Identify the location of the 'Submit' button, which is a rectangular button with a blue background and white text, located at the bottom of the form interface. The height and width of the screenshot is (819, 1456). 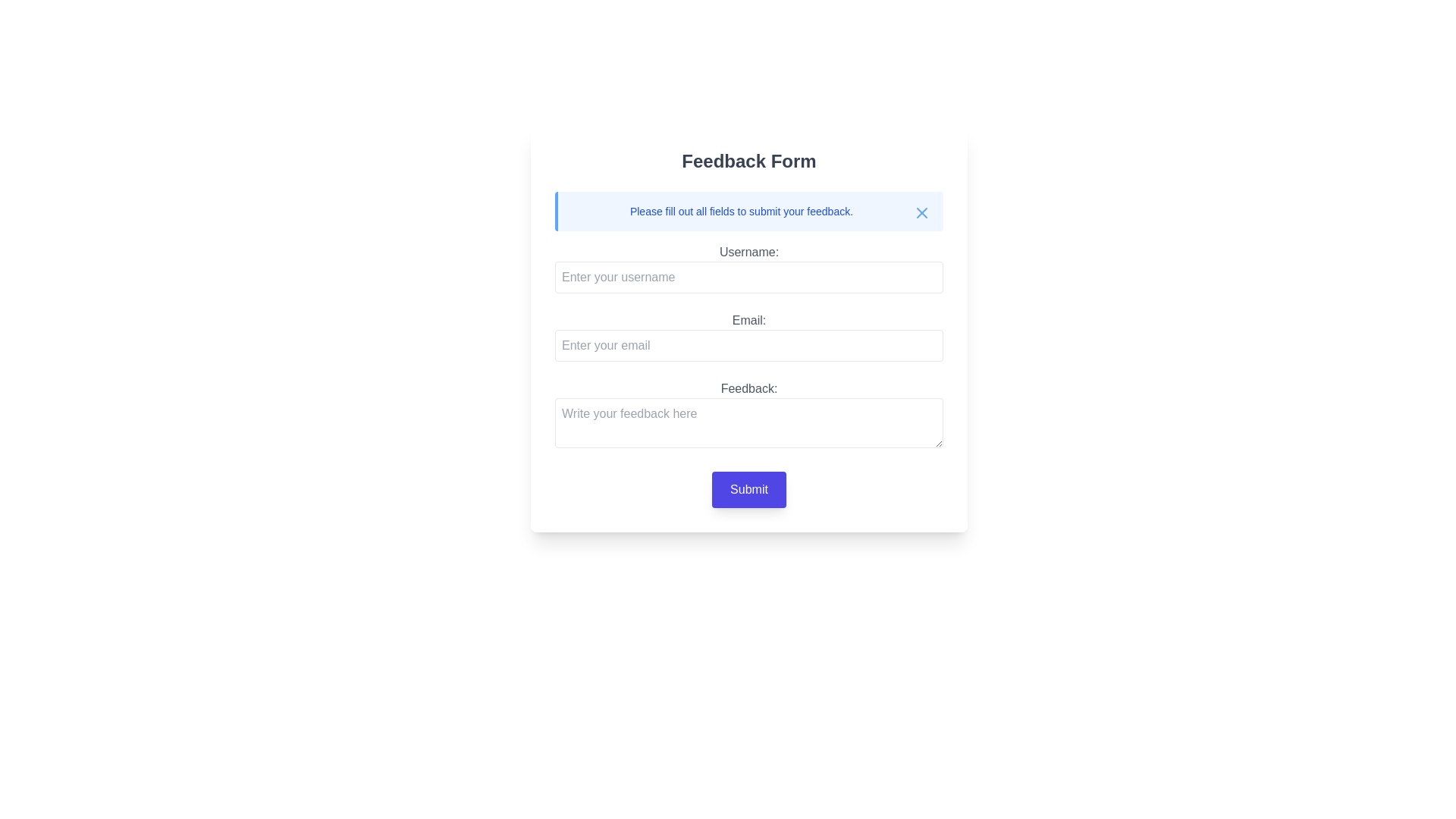
(749, 489).